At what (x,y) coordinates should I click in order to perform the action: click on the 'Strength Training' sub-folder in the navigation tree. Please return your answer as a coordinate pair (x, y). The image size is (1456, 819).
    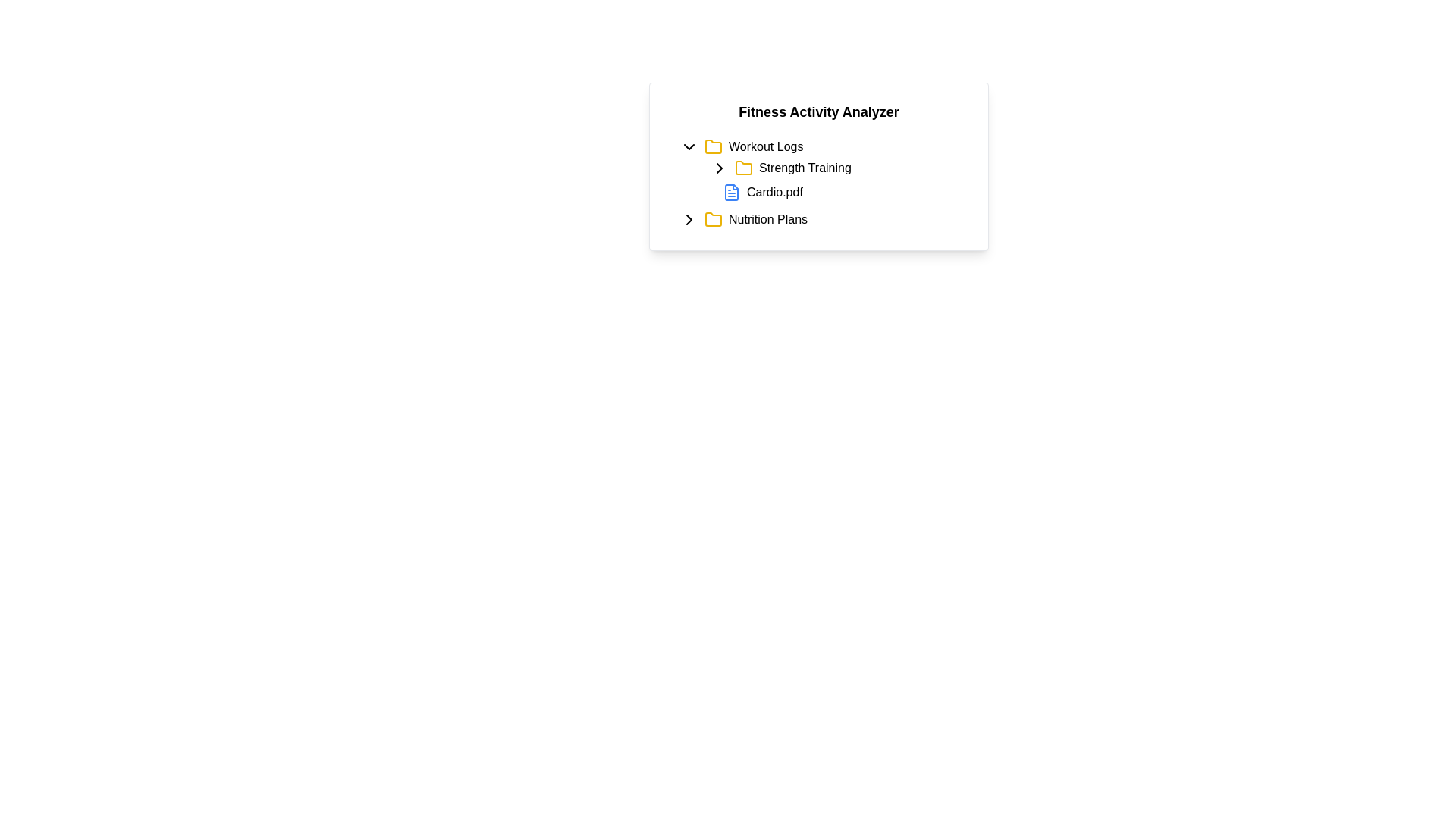
    Looking at the image, I should click on (818, 171).